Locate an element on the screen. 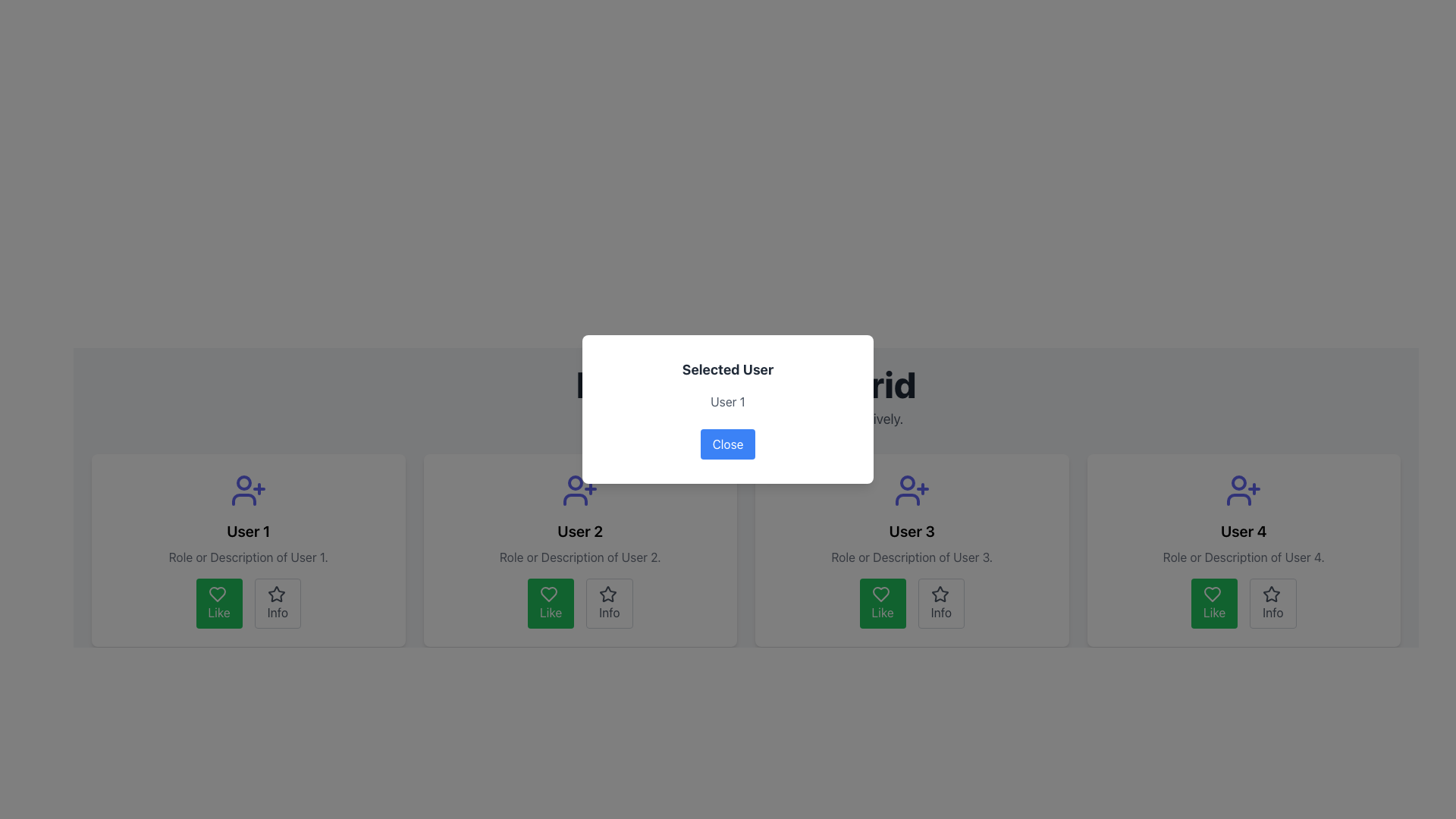  the heart-shaped 'like' icon that is centrally positioned within the green button labeled 'Like' for 'User 4' is located at coordinates (1211, 593).